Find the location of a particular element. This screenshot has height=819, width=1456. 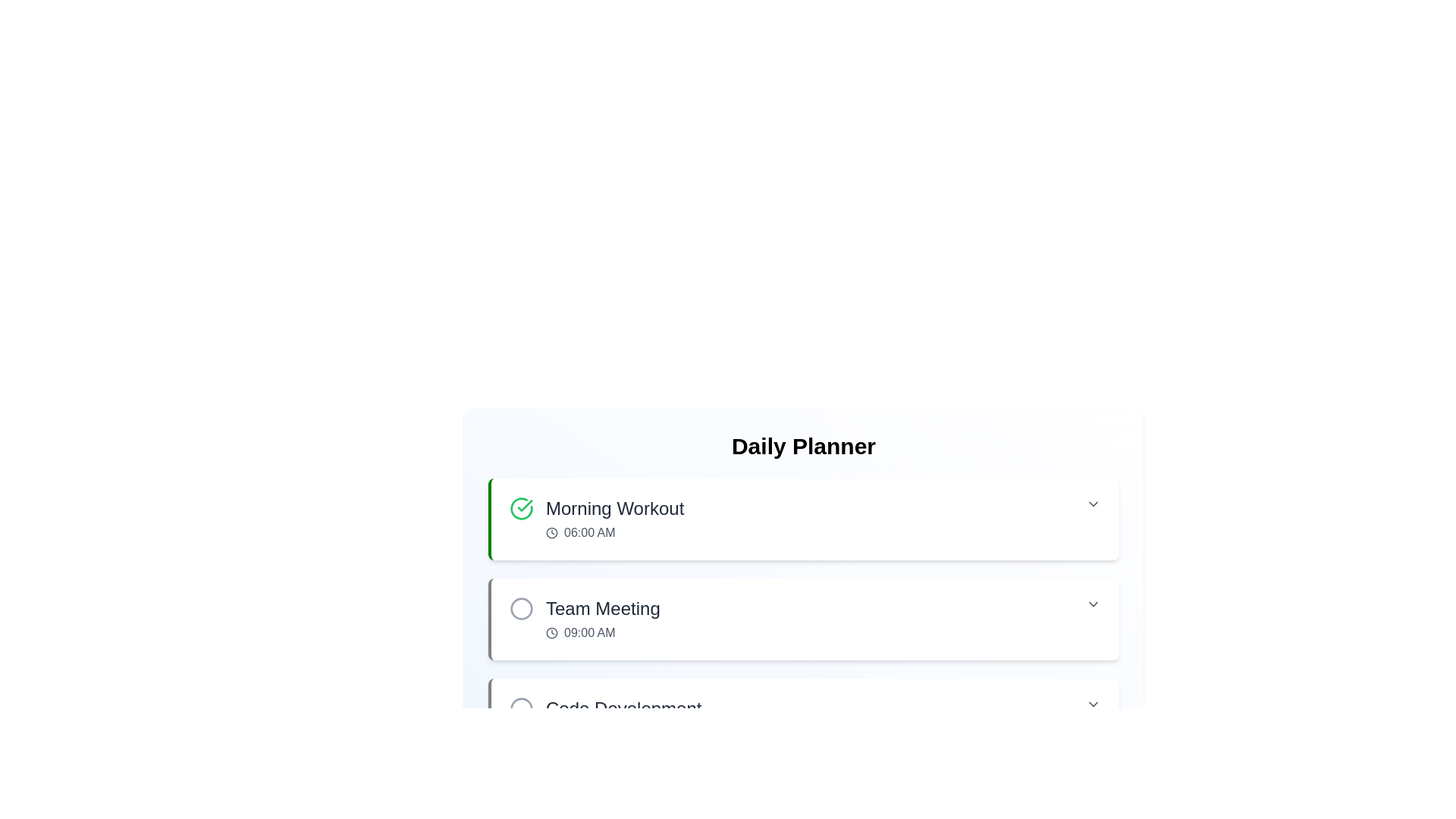

the clock icon that represents the scheduled time, located to the left of the '06:00 AM' text in the Daily Planner section is located at coordinates (551, 532).